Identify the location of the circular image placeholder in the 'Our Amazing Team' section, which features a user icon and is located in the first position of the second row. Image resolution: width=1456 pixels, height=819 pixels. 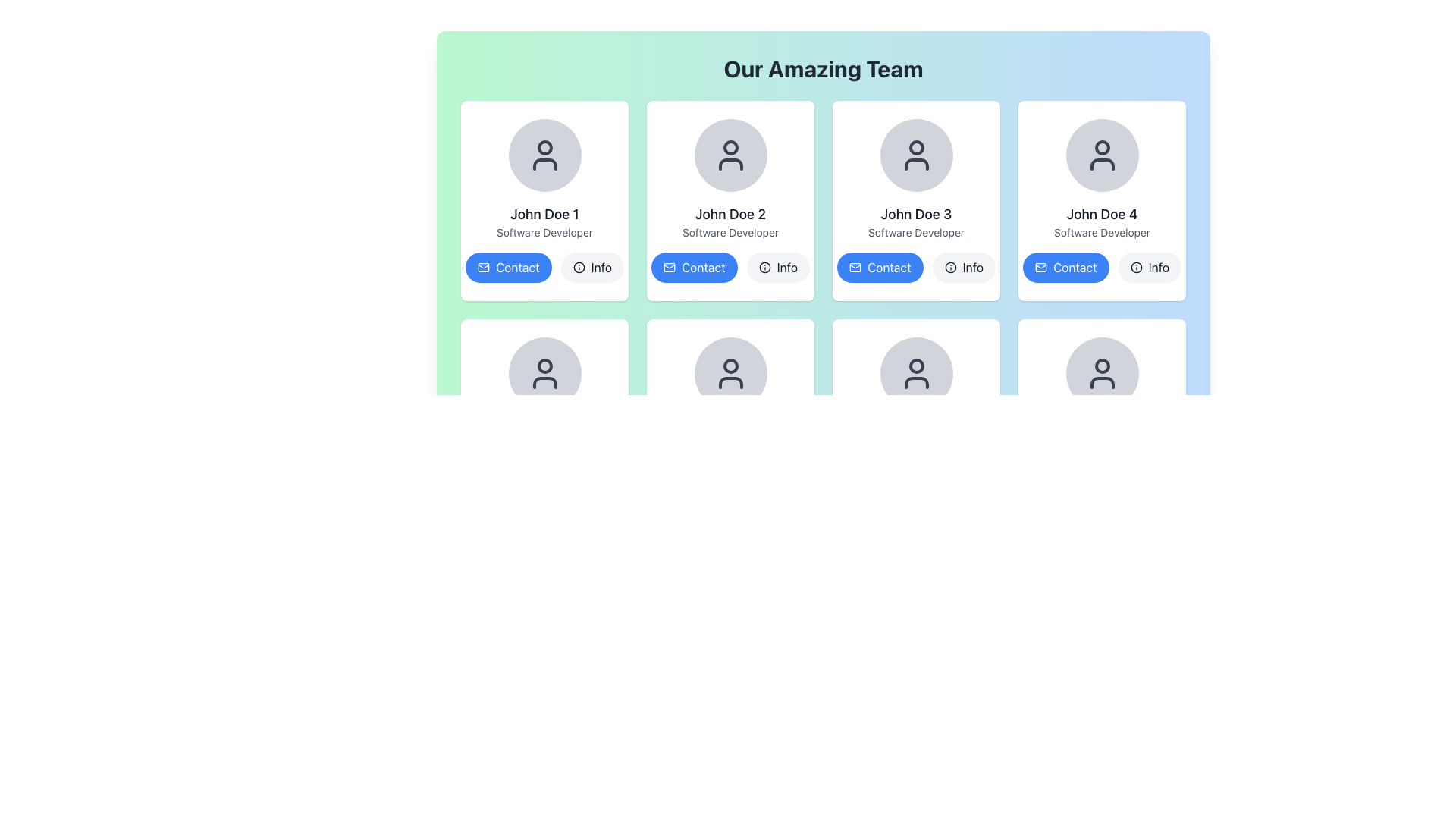
(544, 374).